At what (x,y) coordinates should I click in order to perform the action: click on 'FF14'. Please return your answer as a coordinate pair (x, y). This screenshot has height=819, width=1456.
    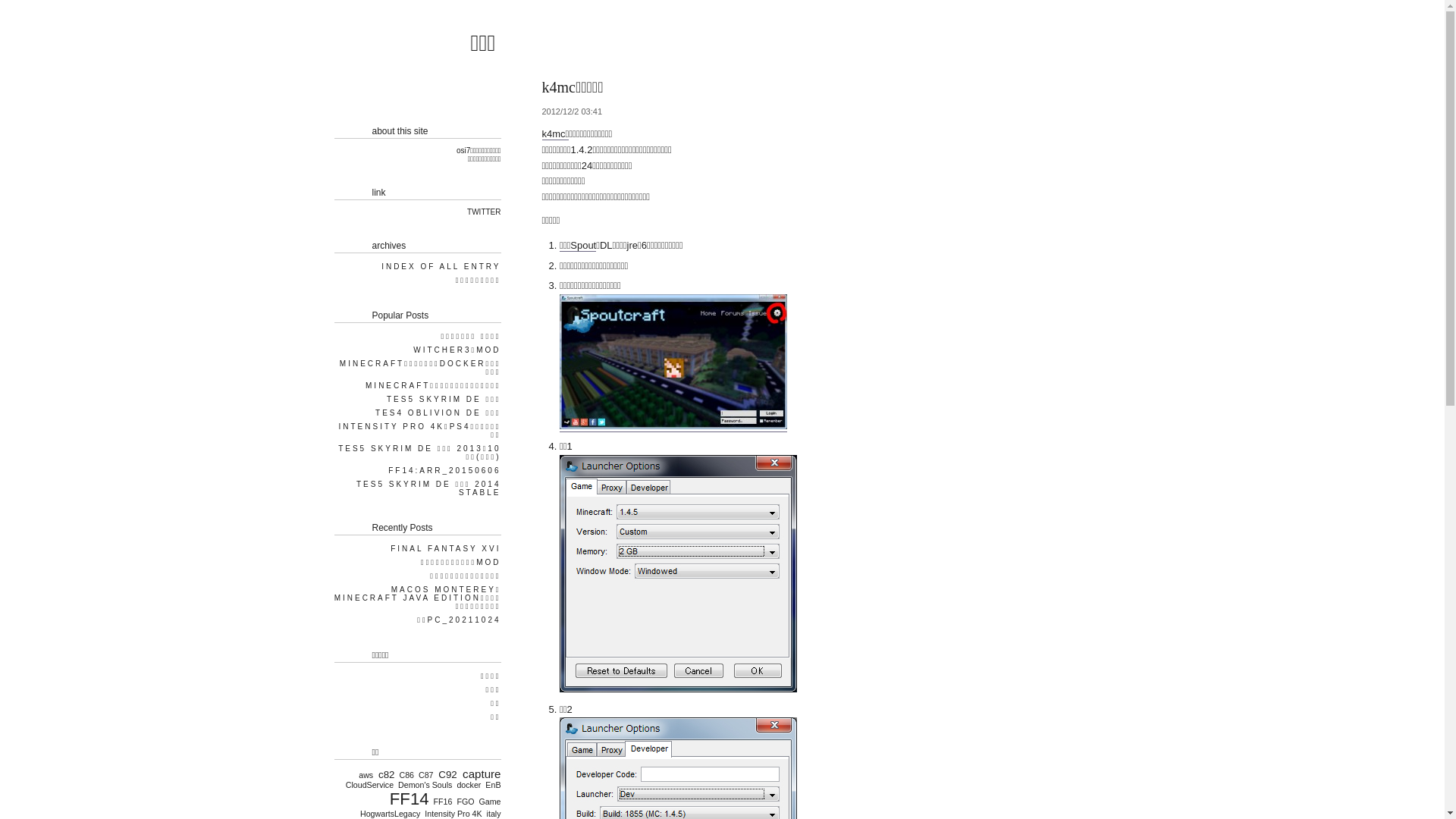
    Looking at the image, I should click on (406, 798).